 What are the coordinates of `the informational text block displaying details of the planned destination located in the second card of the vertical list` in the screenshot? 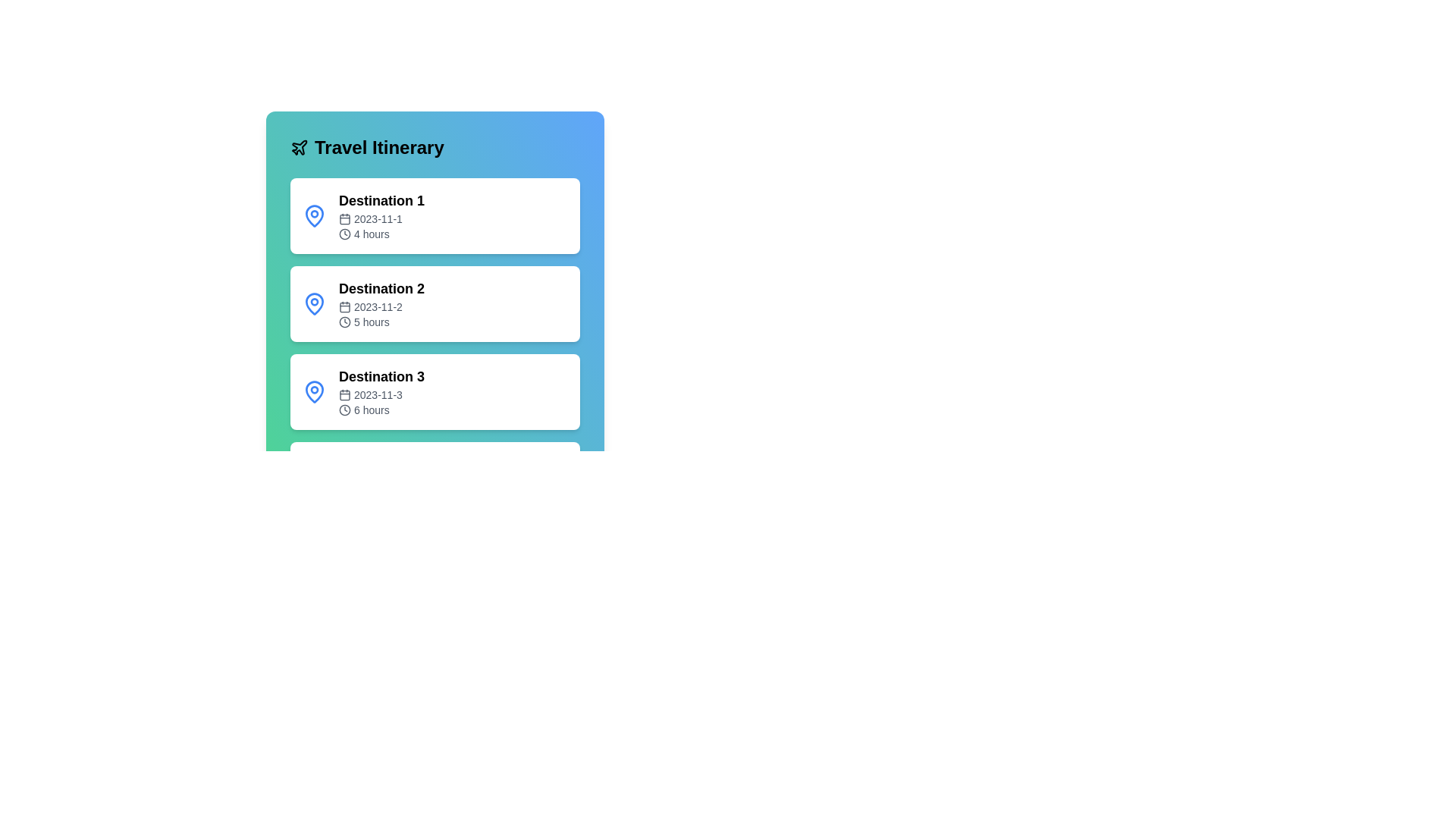 It's located at (381, 304).